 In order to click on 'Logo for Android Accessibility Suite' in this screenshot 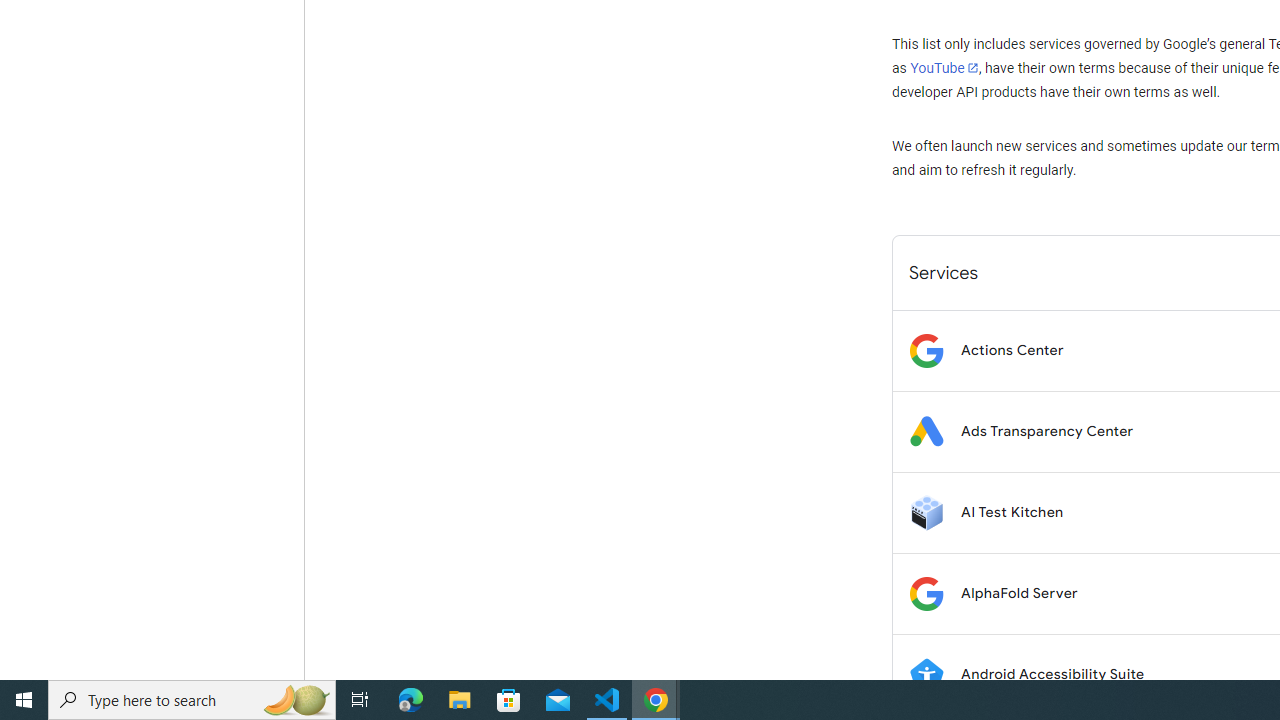, I will do `click(925, 674)`.